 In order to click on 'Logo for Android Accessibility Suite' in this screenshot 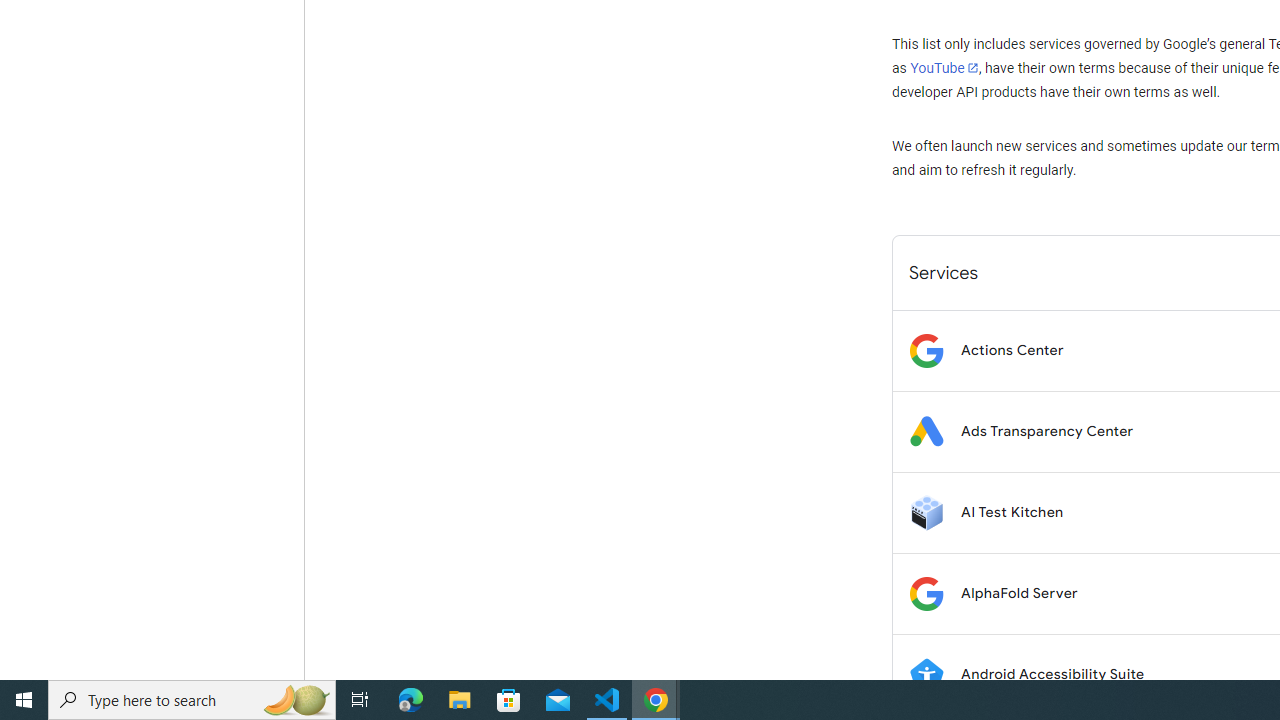, I will do `click(925, 674)`.